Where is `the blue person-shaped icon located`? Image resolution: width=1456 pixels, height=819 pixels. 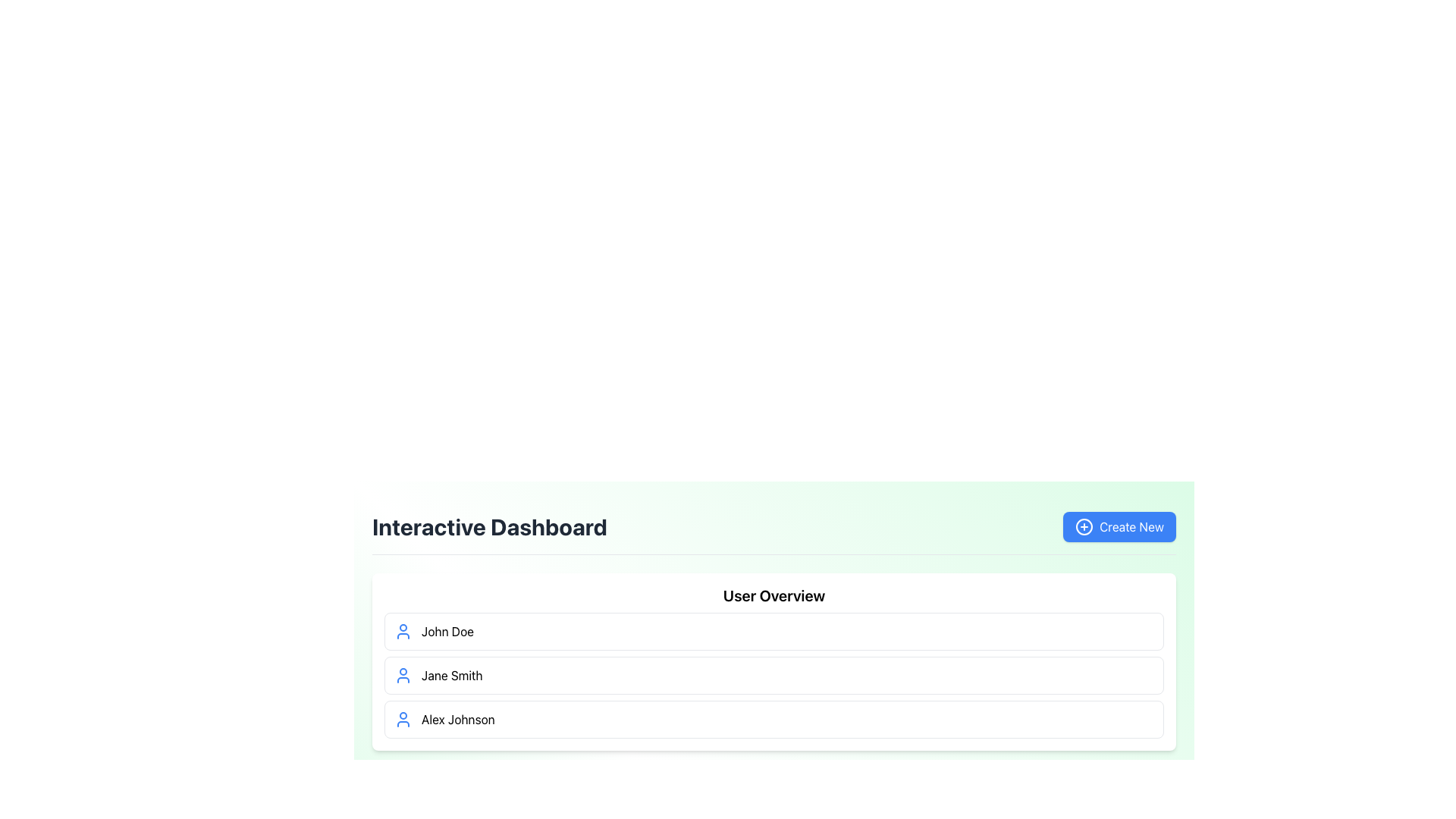 the blue person-shaped icon located is located at coordinates (403, 632).